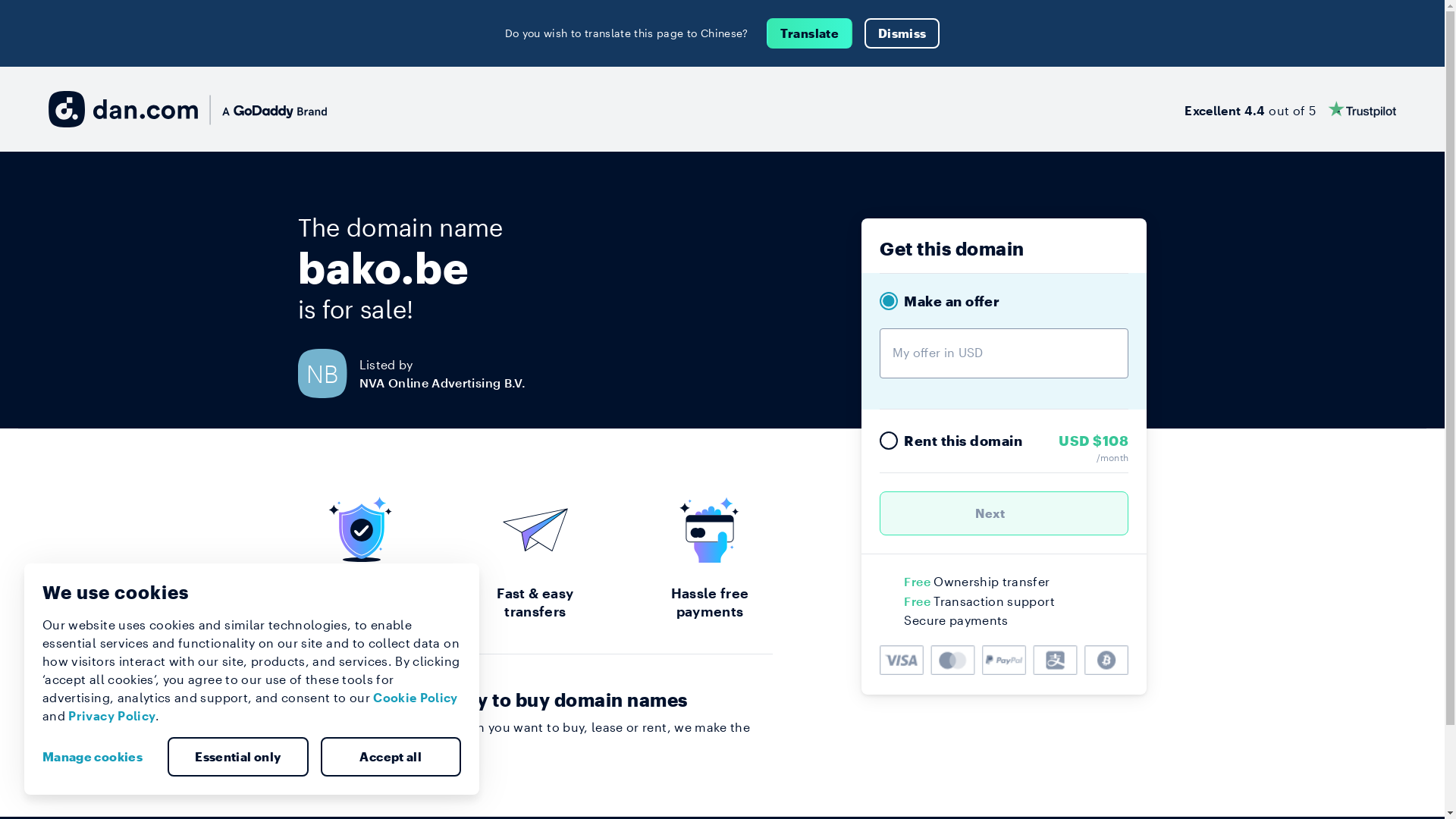 This screenshot has height=819, width=1456. Describe the element at coordinates (97, 757) in the screenshot. I see `'Manage cookies'` at that location.